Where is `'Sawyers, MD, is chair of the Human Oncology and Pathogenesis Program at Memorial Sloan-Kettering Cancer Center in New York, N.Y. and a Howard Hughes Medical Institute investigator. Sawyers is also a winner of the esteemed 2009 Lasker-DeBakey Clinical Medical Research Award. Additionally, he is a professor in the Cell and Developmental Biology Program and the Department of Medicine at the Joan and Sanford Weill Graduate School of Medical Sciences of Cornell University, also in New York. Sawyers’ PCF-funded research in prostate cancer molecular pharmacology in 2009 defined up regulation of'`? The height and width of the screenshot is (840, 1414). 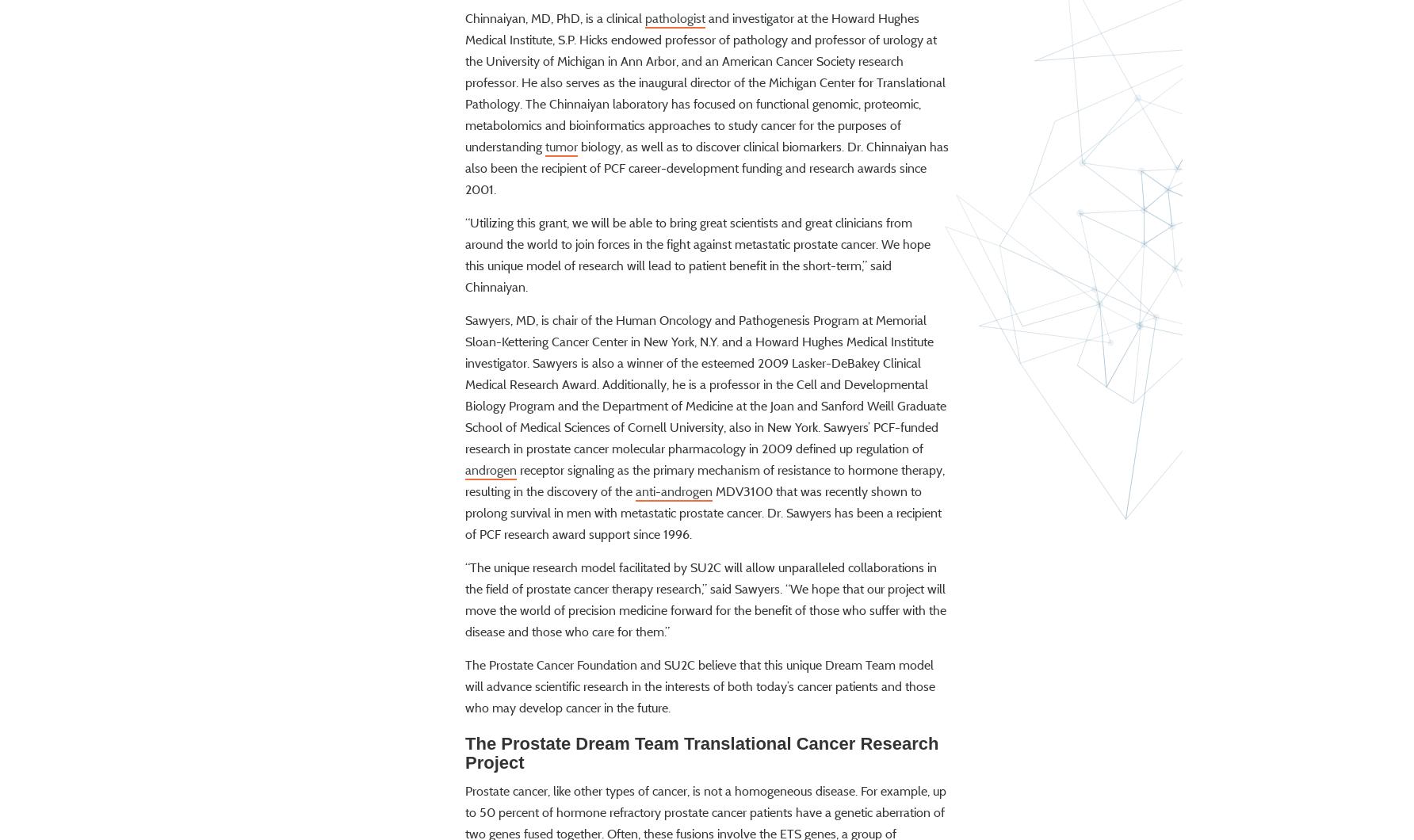
'Sawyers, MD, is chair of the Human Oncology and Pathogenesis Program at Memorial Sloan-Kettering Cancer Center in New York, N.Y. and a Howard Hughes Medical Institute investigator. Sawyers is also a winner of the esteemed 2009 Lasker-DeBakey Clinical Medical Research Award. Additionally, he is a professor in the Cell and Developmental Biology Program and the Department of Medicine at the Joan and Sanford Weill Graduate School of Medical Sciences of Cornell University, also in New York. Sawyers’ PCF-funded research in prostate cancer molecular pharmacology in 2009 defined up regulation of' is located at coordinates (705, 429).